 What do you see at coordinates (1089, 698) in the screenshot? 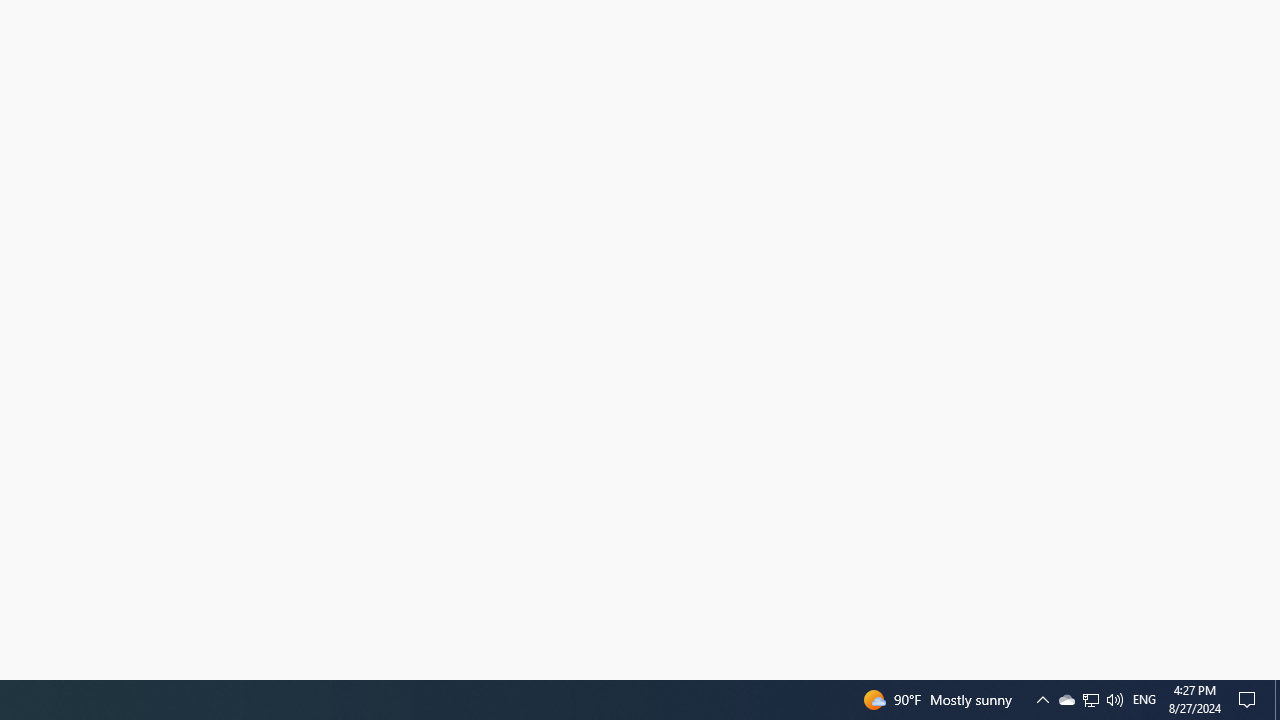
I see `'Notification Chevron'` at bounding box center [1089, 698].